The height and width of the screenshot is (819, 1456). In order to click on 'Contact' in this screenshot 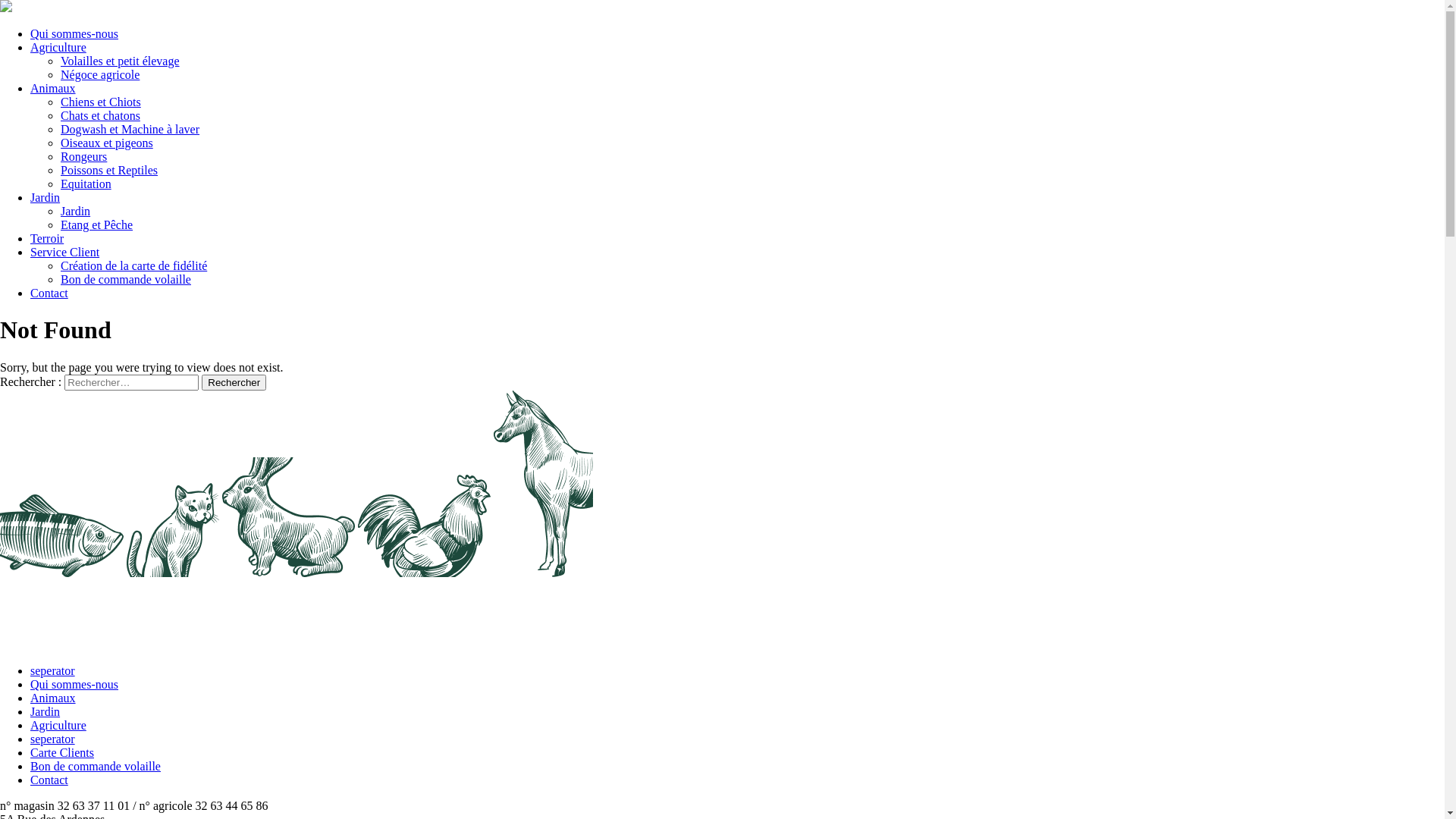, I will do `click(49, 780)`.